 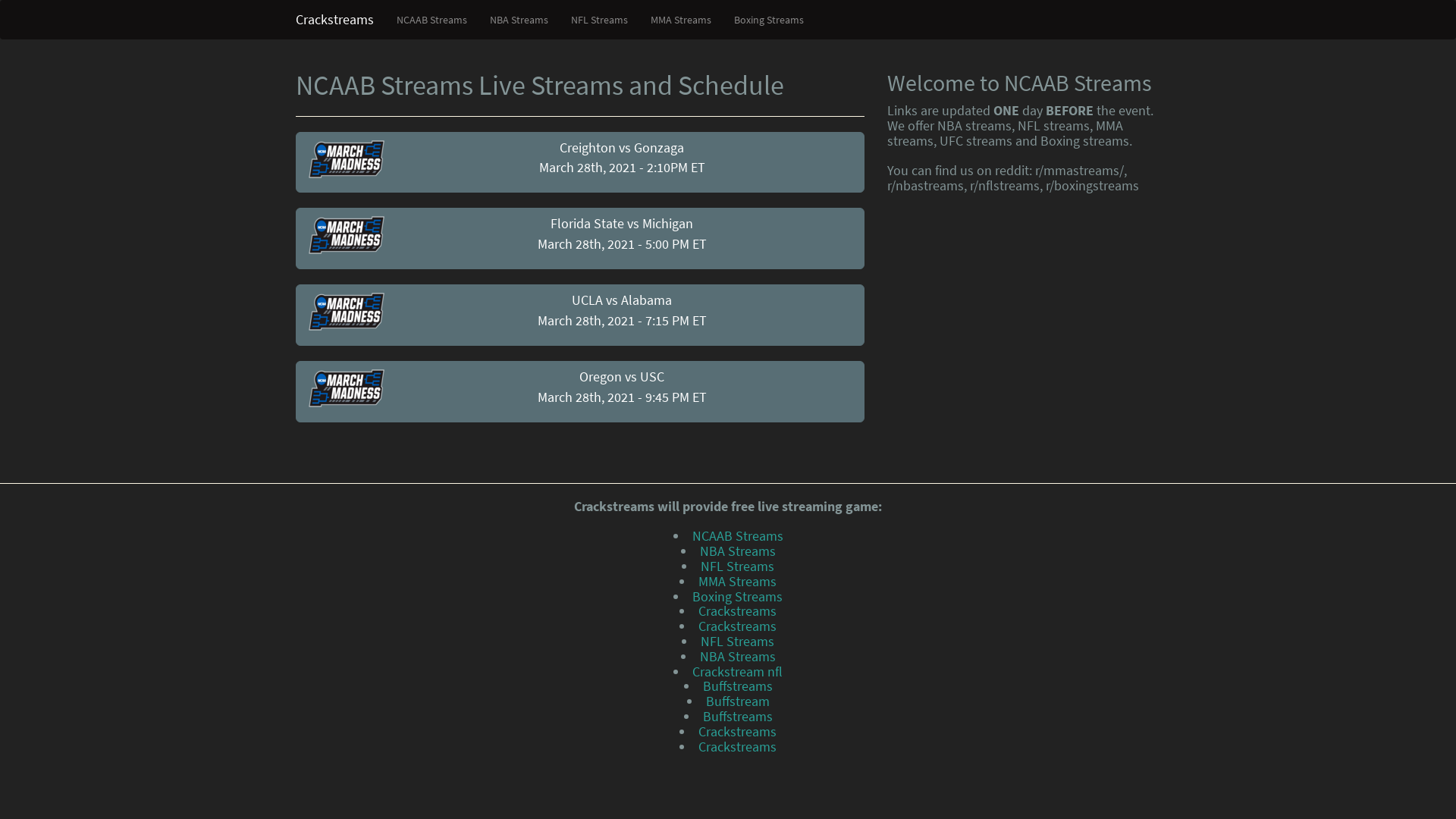 I want to click on 'Crackstream nfl', so click(x=737, y=670).